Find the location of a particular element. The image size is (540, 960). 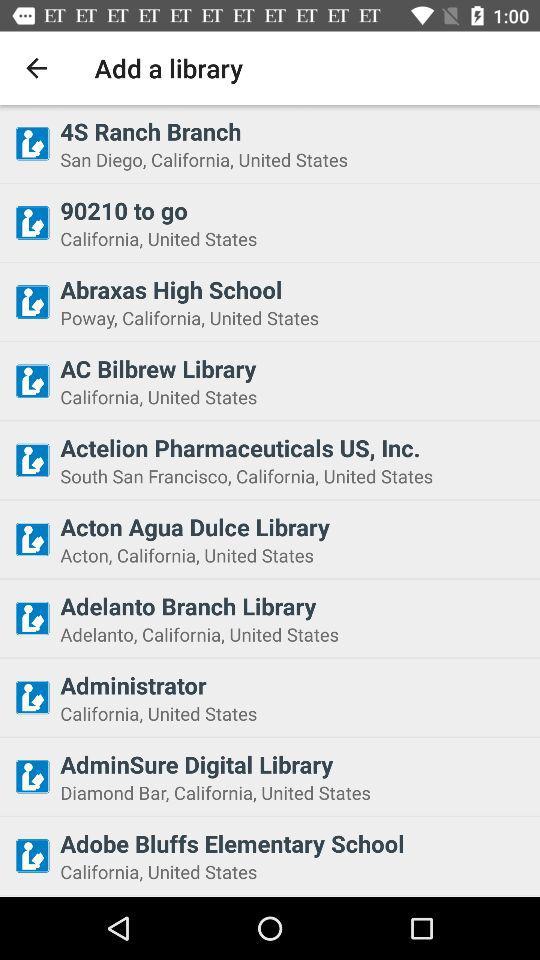

the item below acton california united is located at coordinates (293, 605).